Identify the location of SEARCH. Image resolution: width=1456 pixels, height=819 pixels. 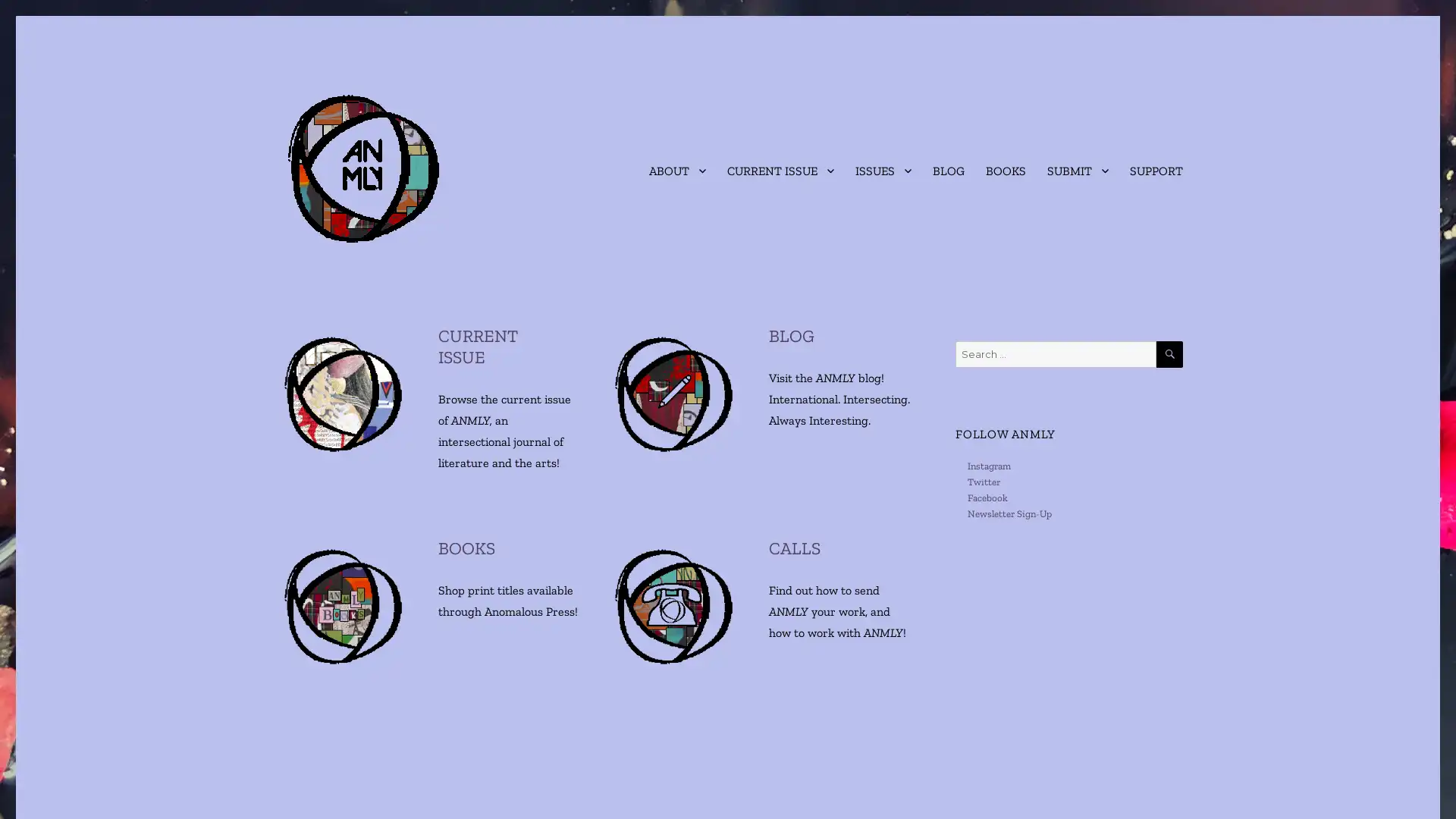
(1169, 354).